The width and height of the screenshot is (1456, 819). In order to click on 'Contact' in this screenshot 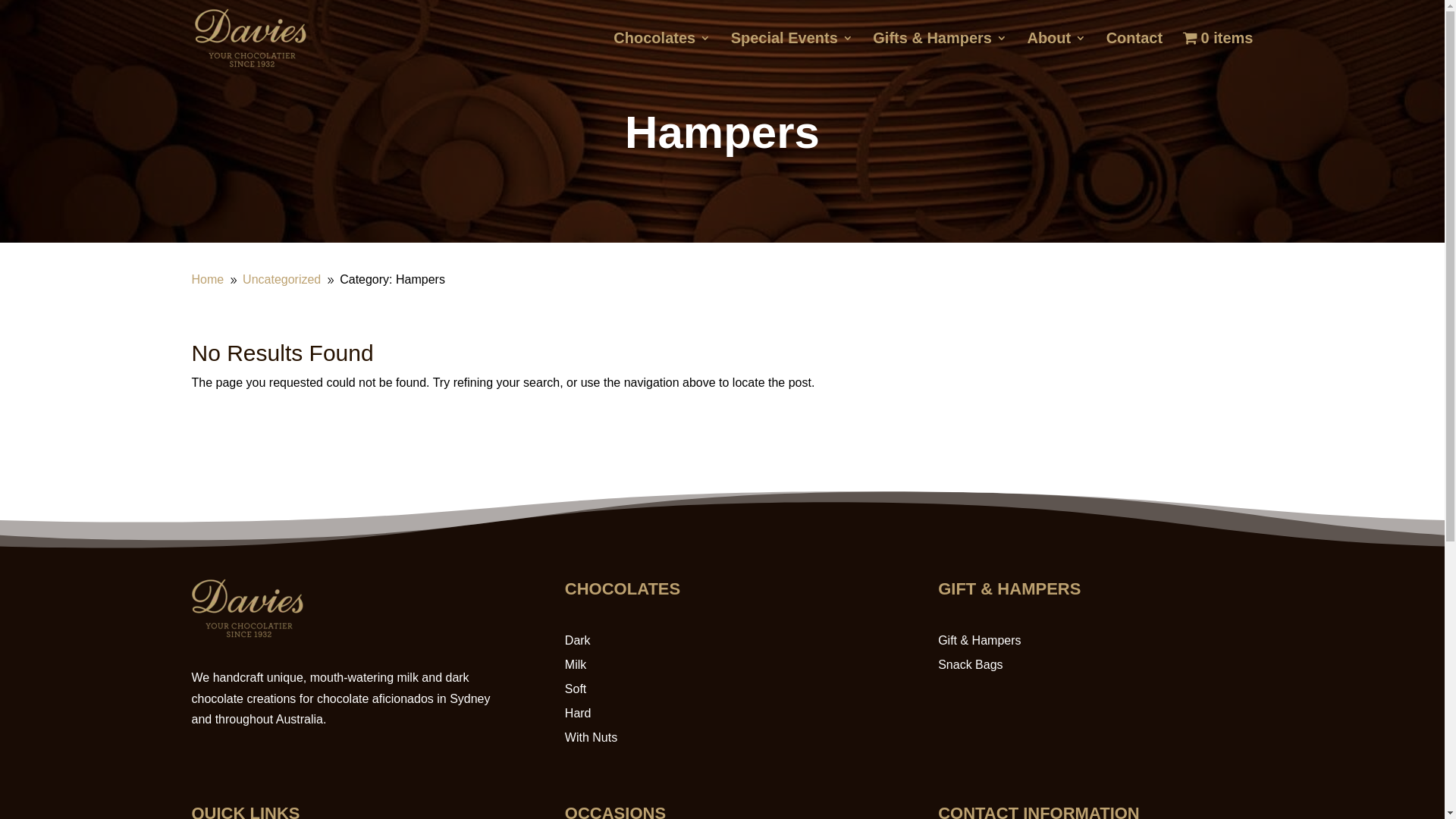, I will do `click(1134, 52)`.